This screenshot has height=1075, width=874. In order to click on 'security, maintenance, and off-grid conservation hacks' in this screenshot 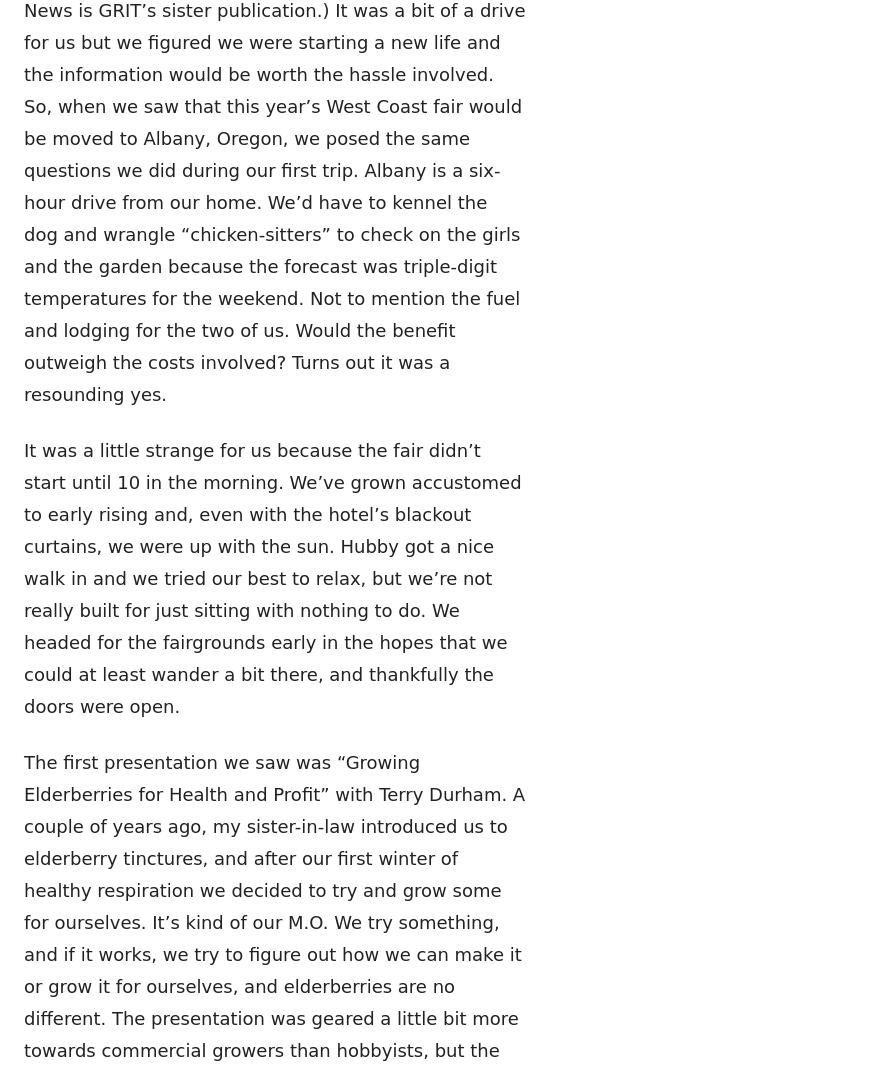, I will do `click(500, 217)`.